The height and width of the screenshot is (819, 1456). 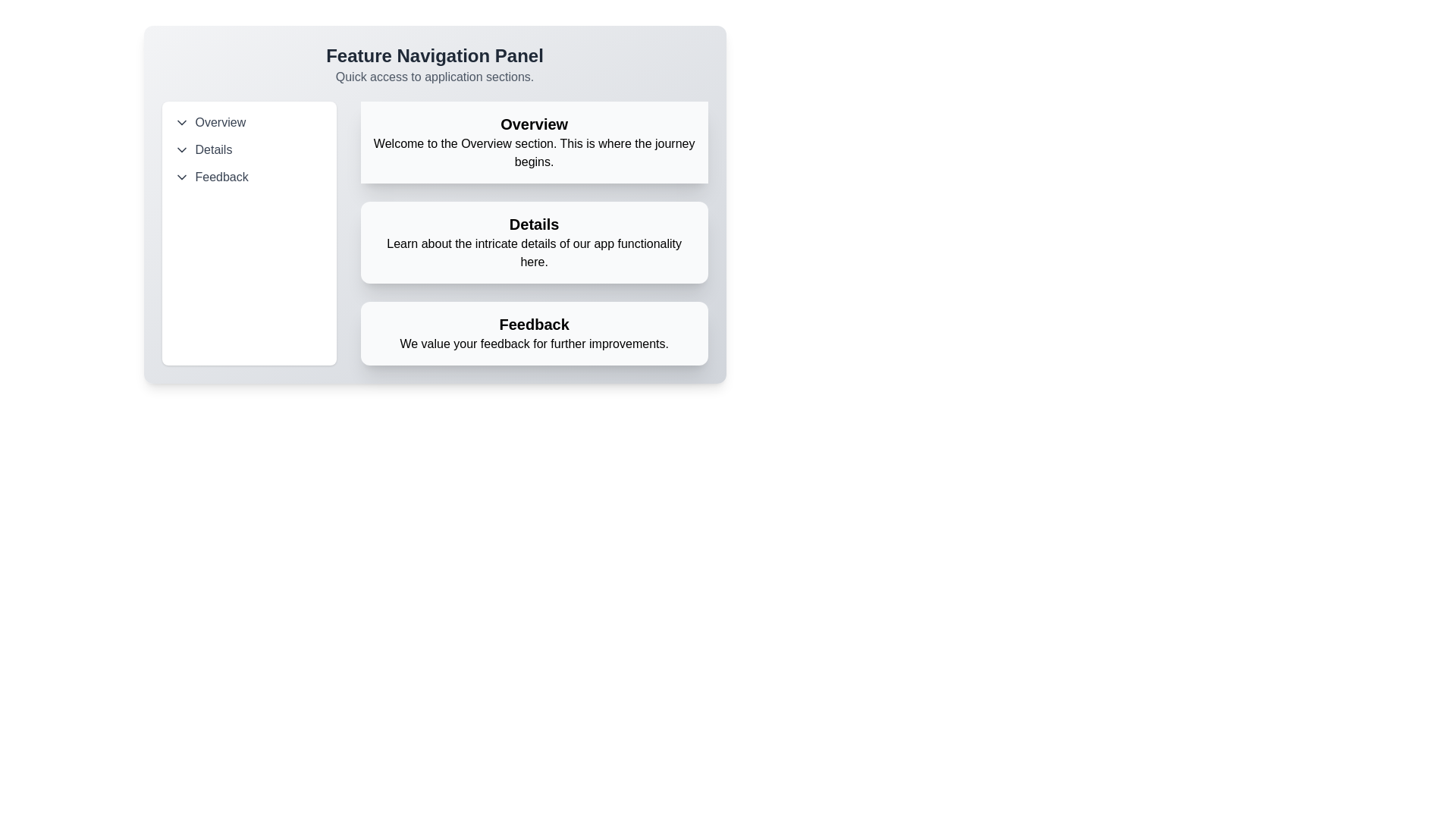 What do you see at coordinates (181, 177) in the screenshot?
I see `the downward-pointing chevron icon located next` at bounding box center [181, 177].